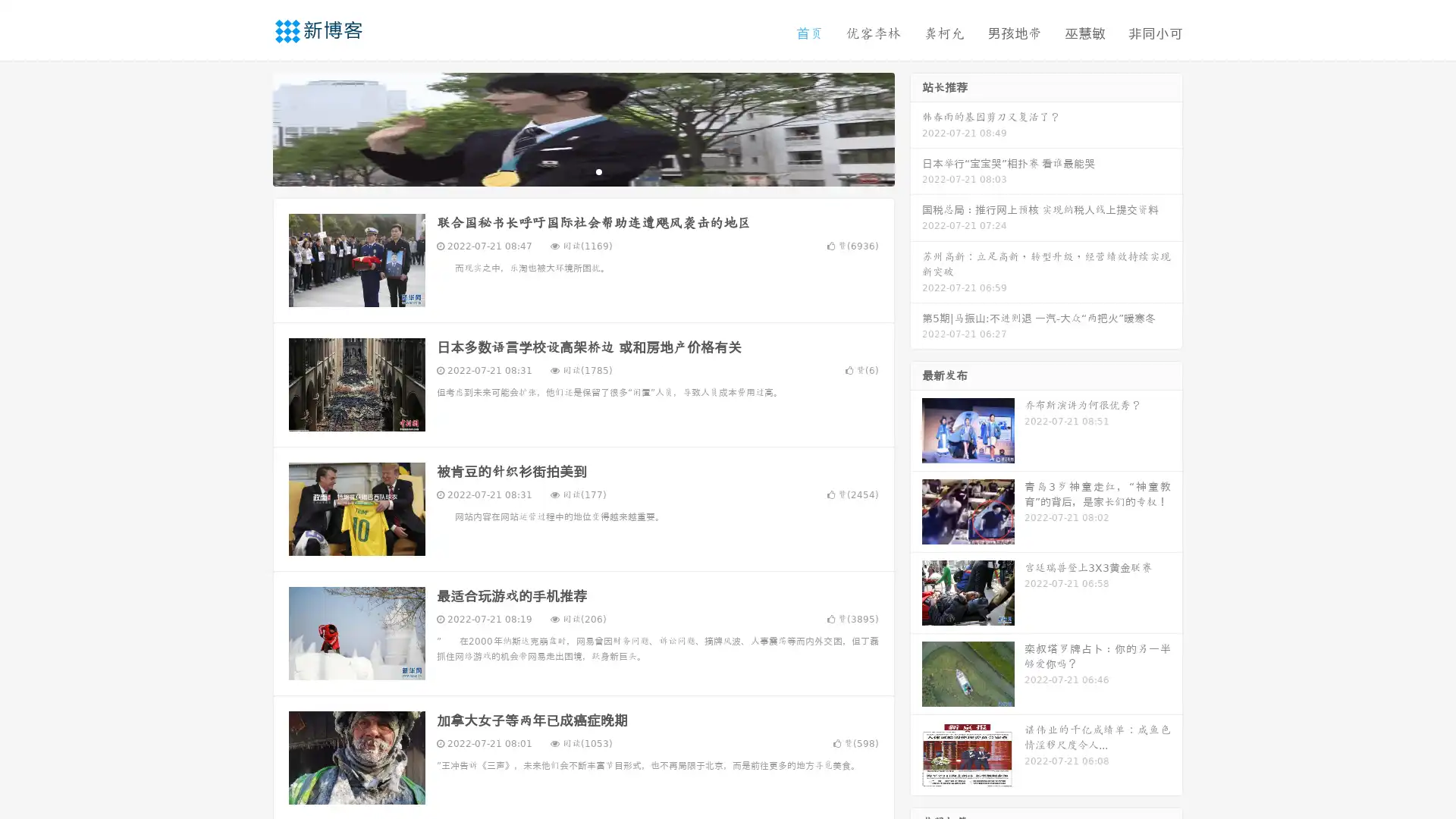  What do you see at coordinates (567, 171) in the screenshot?
I see `Go to slide 1` at bounding box center [567, 171].